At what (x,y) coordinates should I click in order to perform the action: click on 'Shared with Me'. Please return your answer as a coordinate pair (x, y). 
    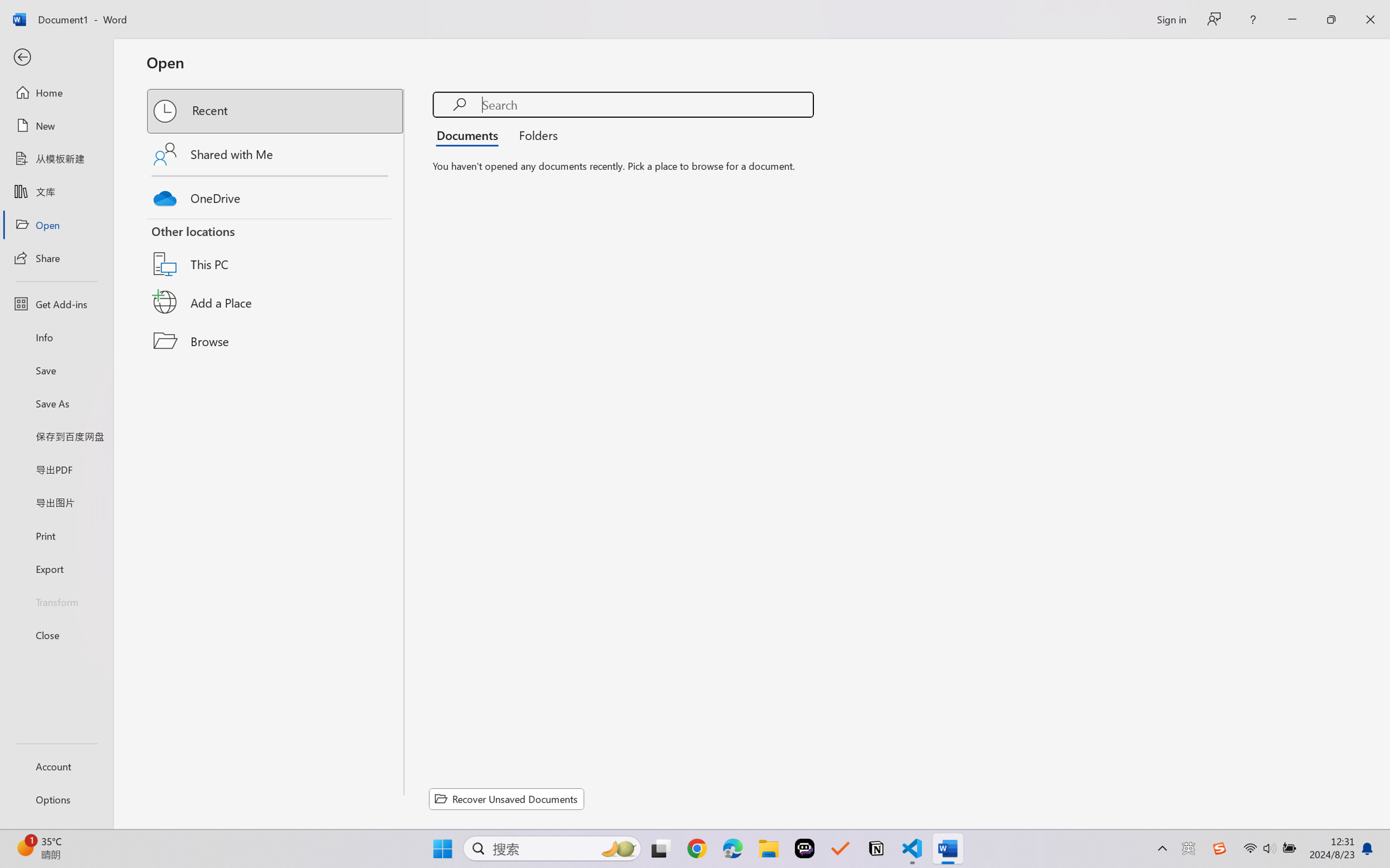
    Looking at the image, I should click on (276, 153).